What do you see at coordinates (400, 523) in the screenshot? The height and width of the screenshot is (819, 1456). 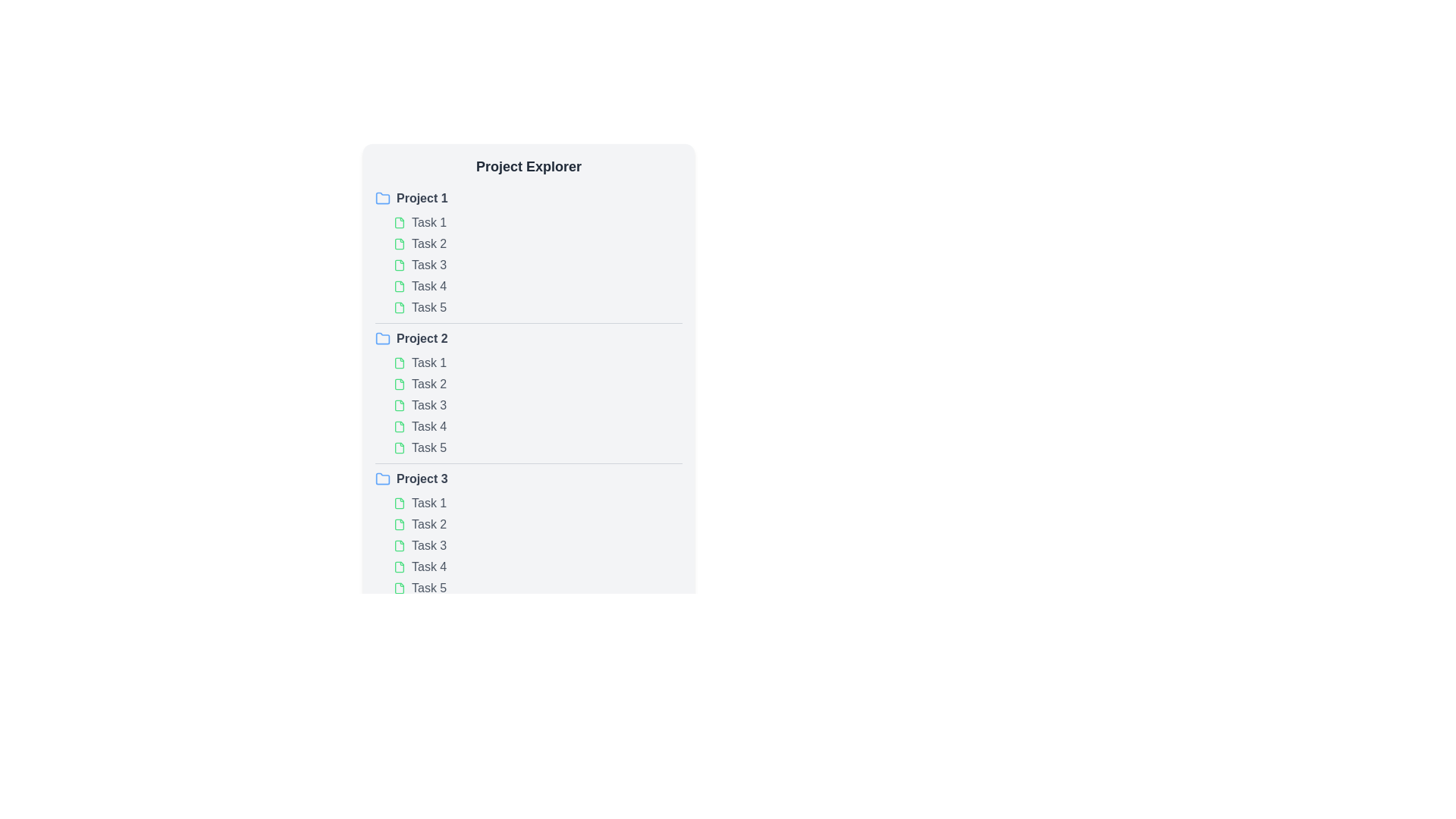 I see `the green document icon located next to the text labeled 'Task 2' under the 'Project 3' section` at bounding box center [400, 523].